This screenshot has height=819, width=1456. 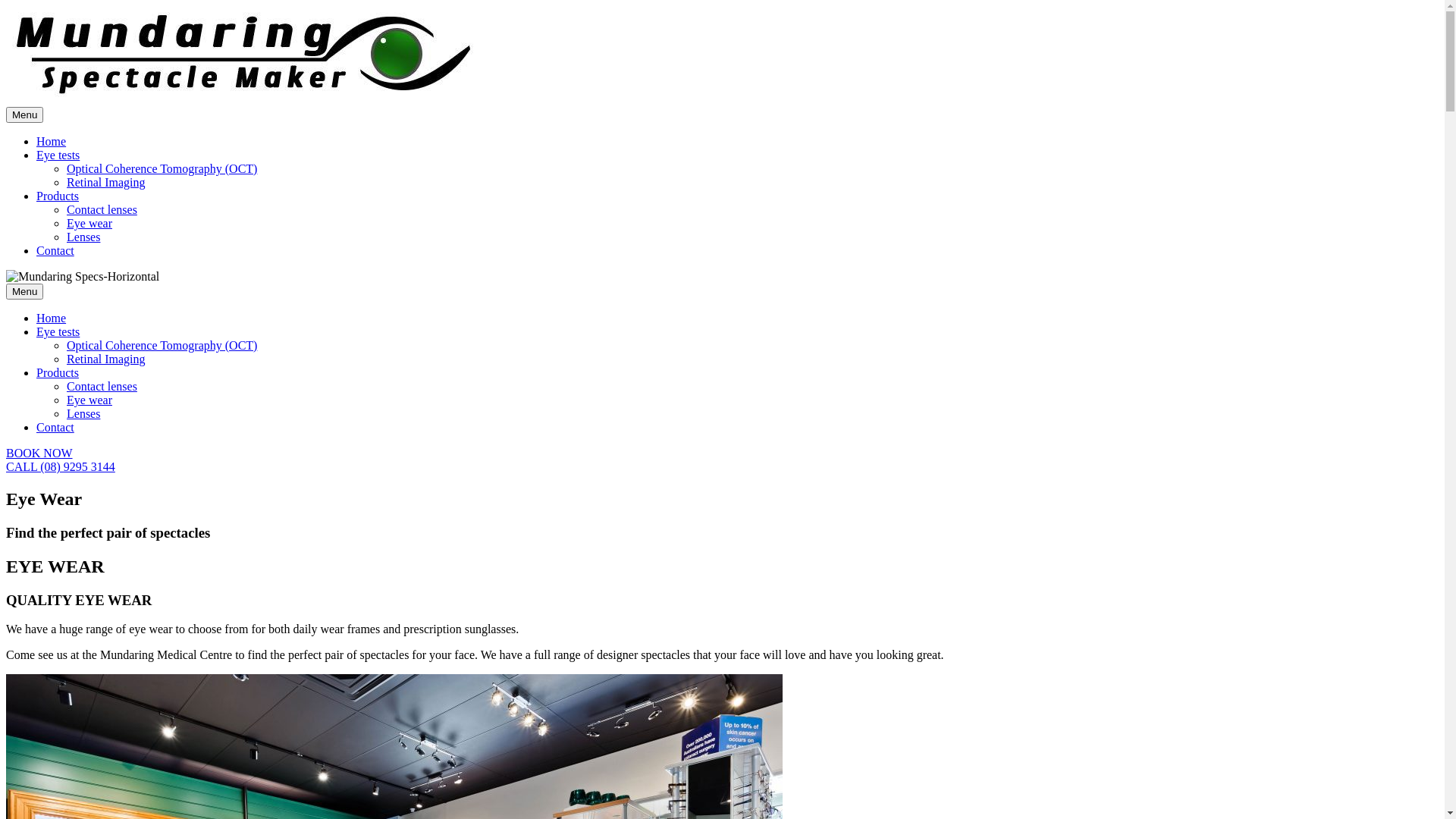 I want to click on 'Products', so click(x=58, y=195).